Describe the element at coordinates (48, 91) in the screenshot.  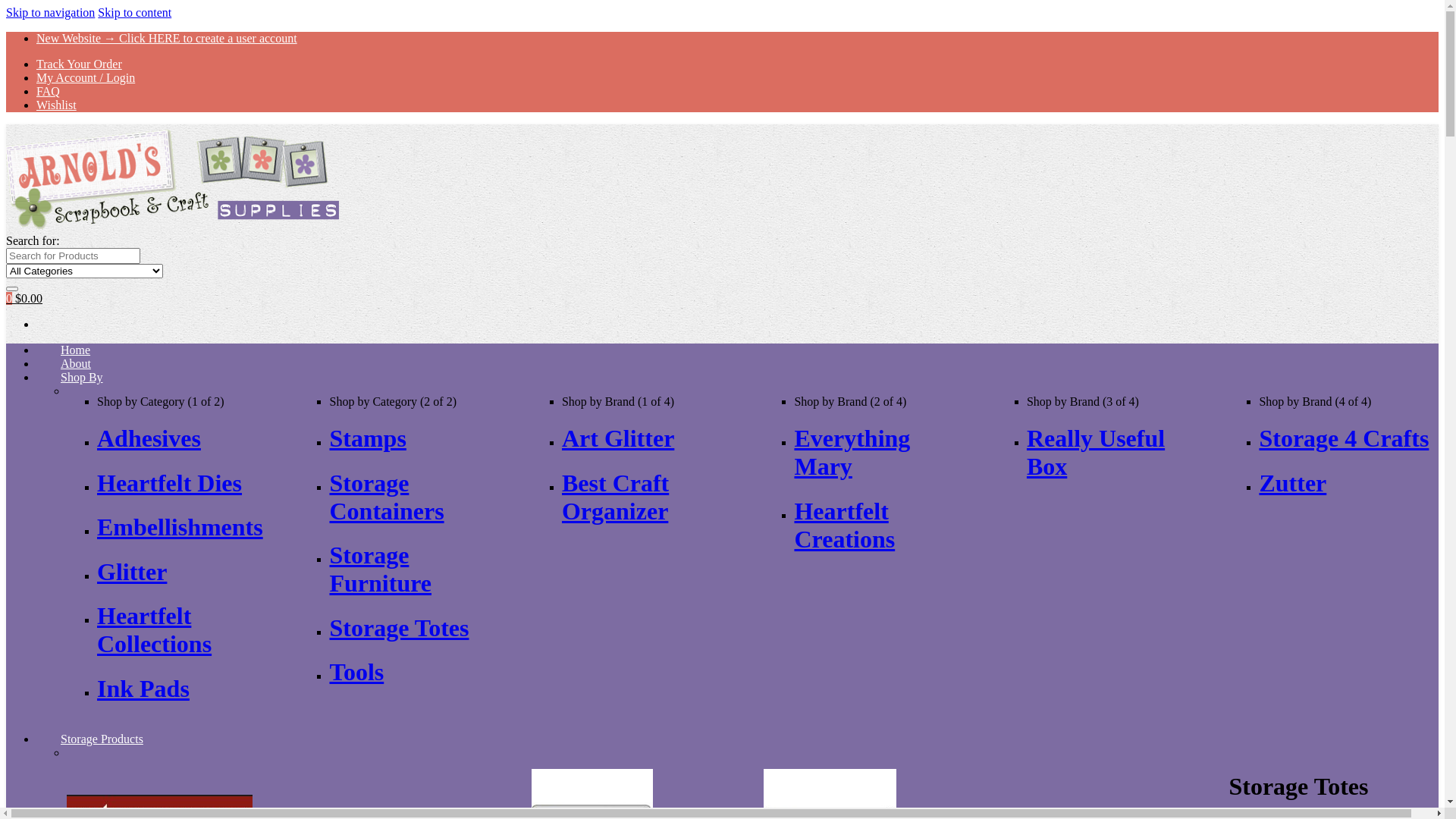
I see `'FAQ'` at that location.